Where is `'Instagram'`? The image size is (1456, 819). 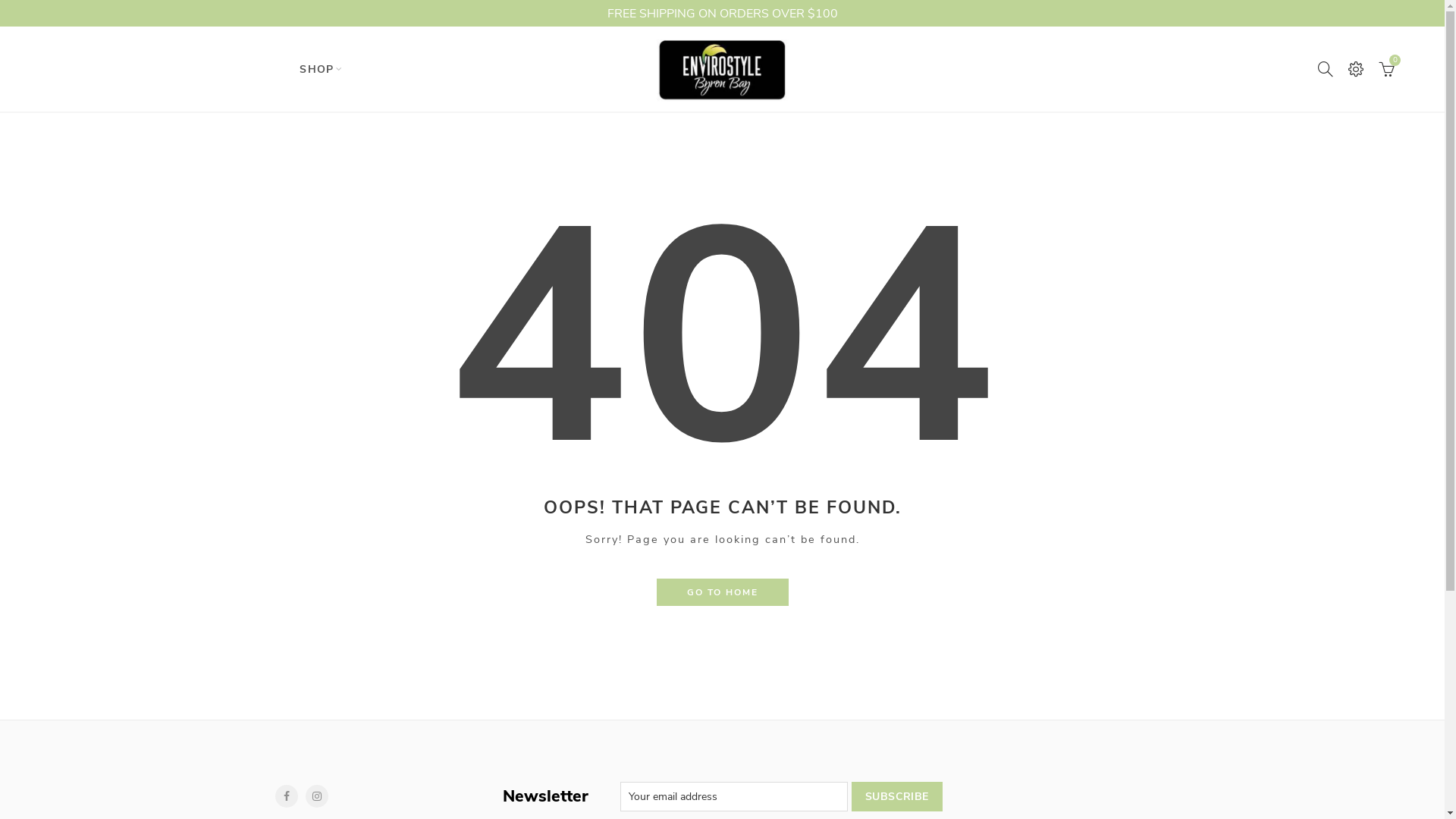 'Instagram' is located at coordinates (315, 795).